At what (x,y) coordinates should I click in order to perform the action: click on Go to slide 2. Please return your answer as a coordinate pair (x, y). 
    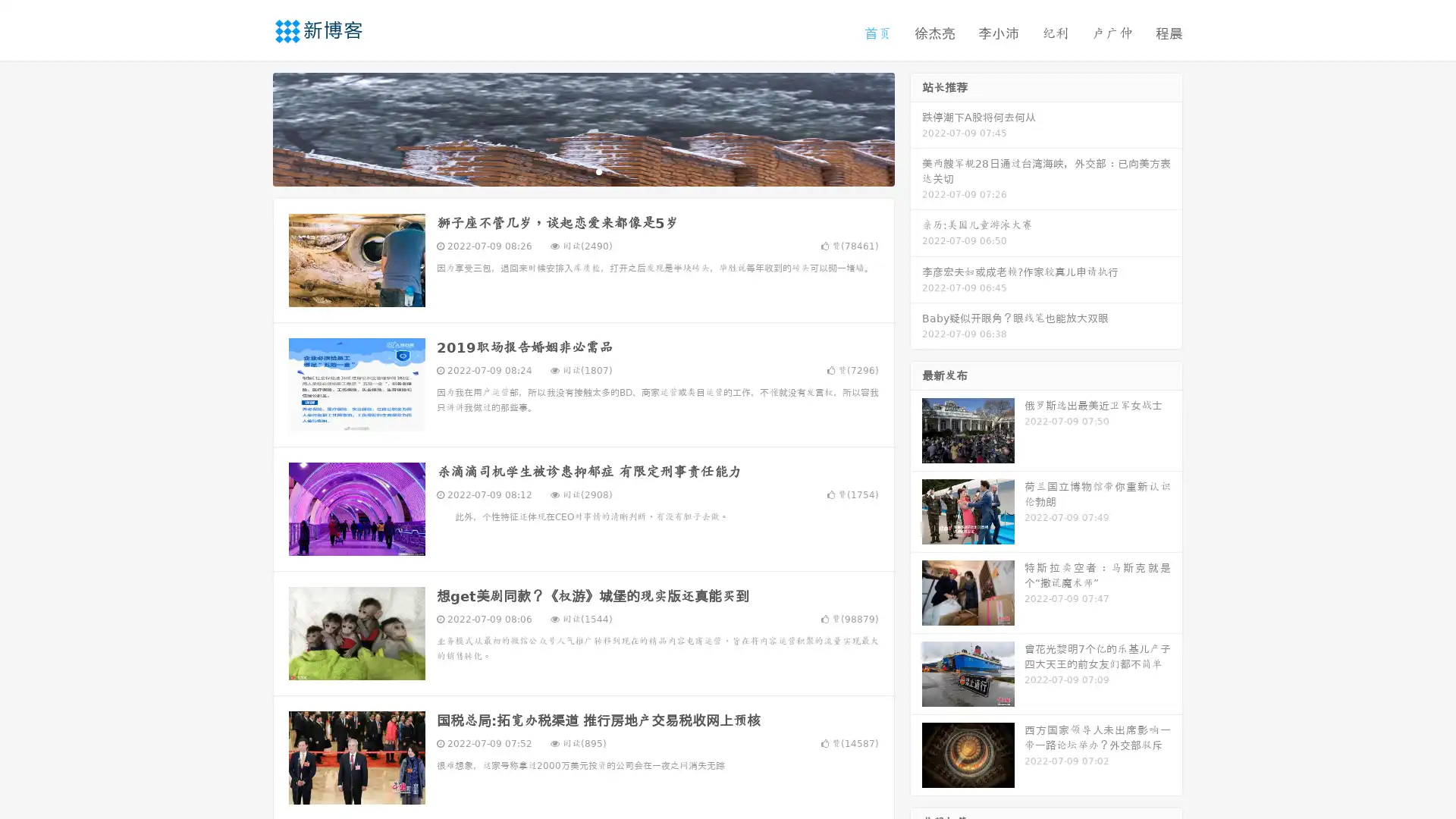
    Looking at the image, I should click on (582, 171).